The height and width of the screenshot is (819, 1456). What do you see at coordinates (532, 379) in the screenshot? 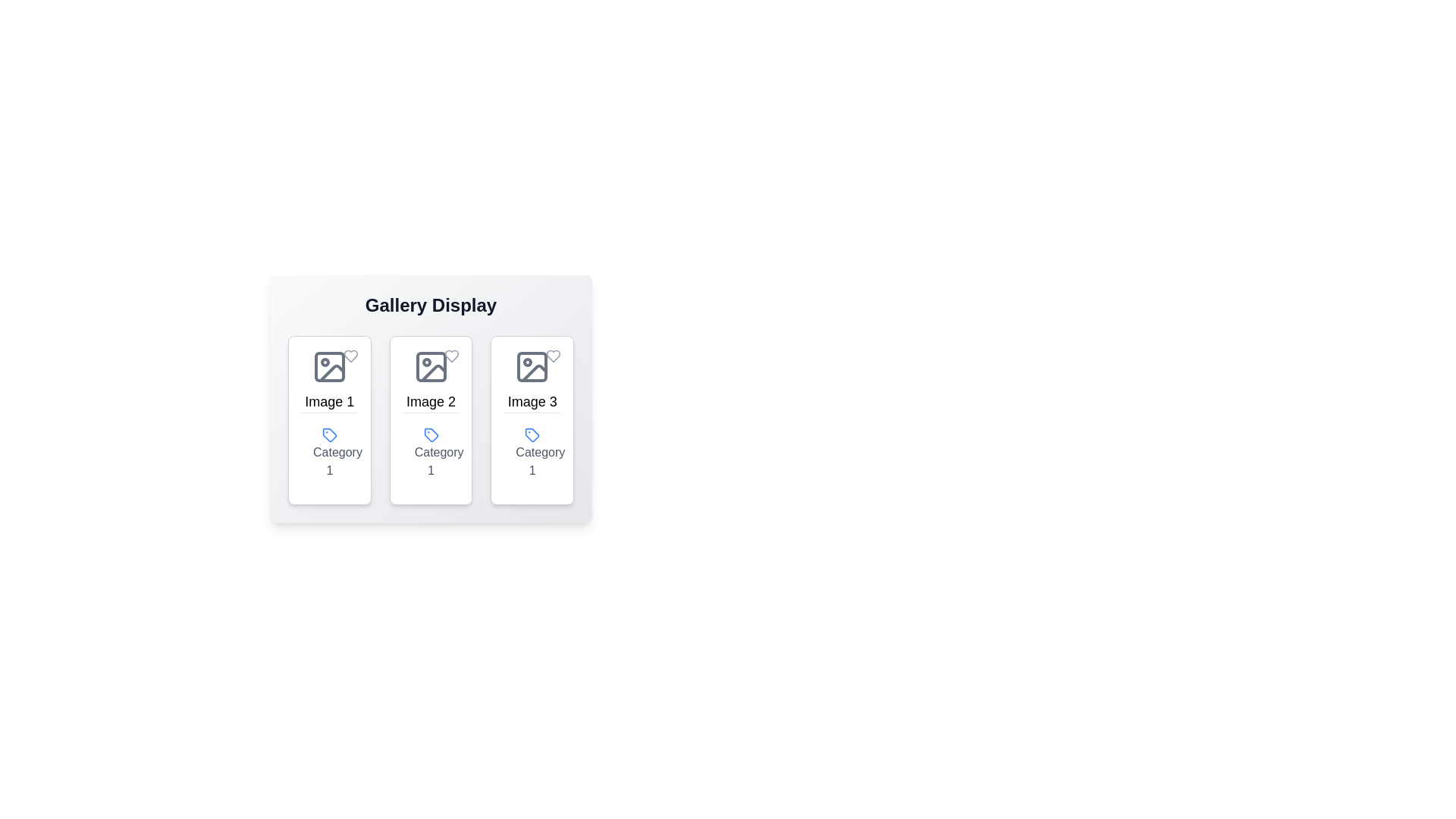
I see `the gallery item labeled 'Image 3', which features a grey image icon above the text` at bounding box center [532, 379].